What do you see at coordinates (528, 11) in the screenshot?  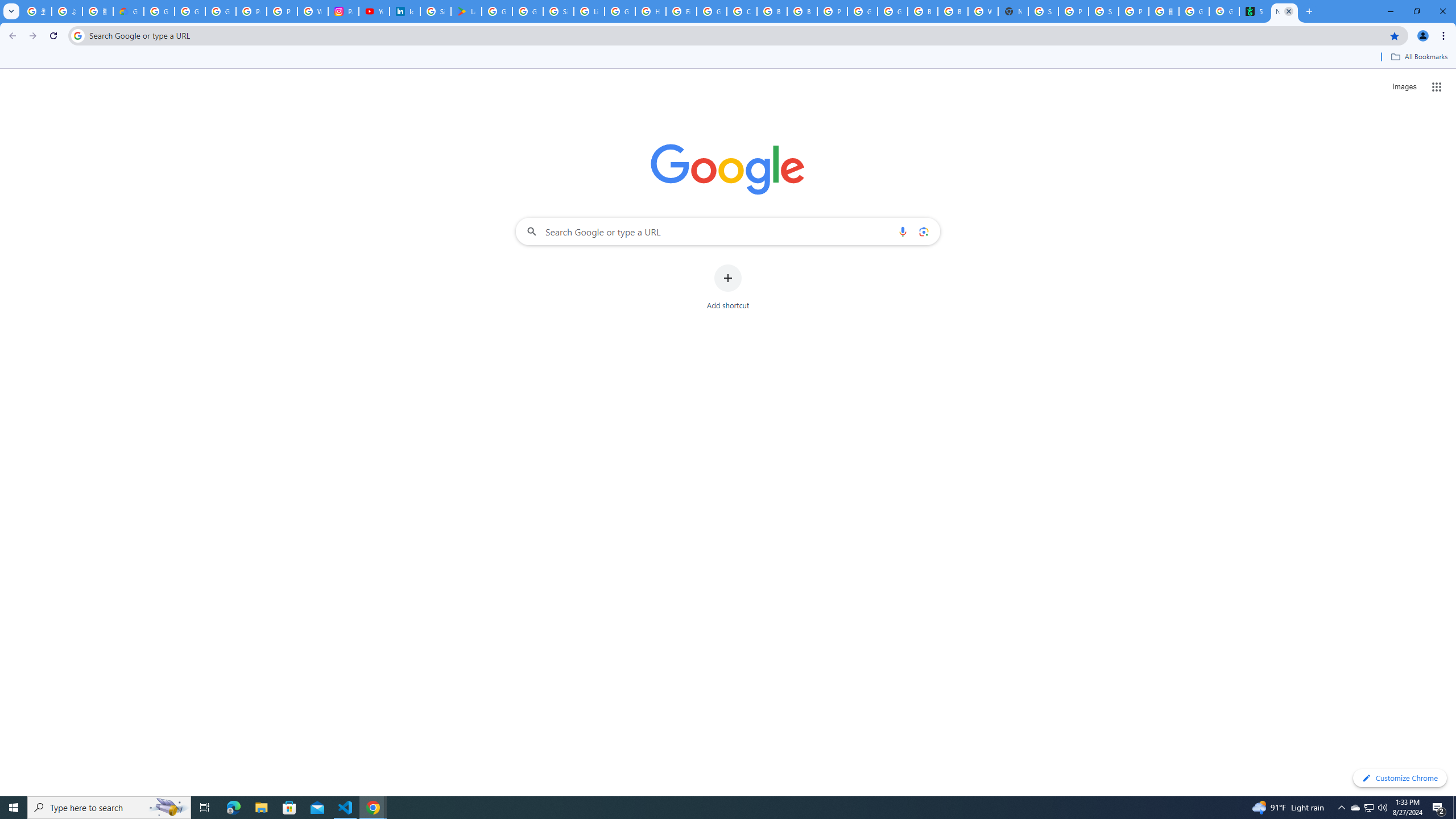 I see `'Google Workspace - Specific Terms'` at bounding box center [528, 11].